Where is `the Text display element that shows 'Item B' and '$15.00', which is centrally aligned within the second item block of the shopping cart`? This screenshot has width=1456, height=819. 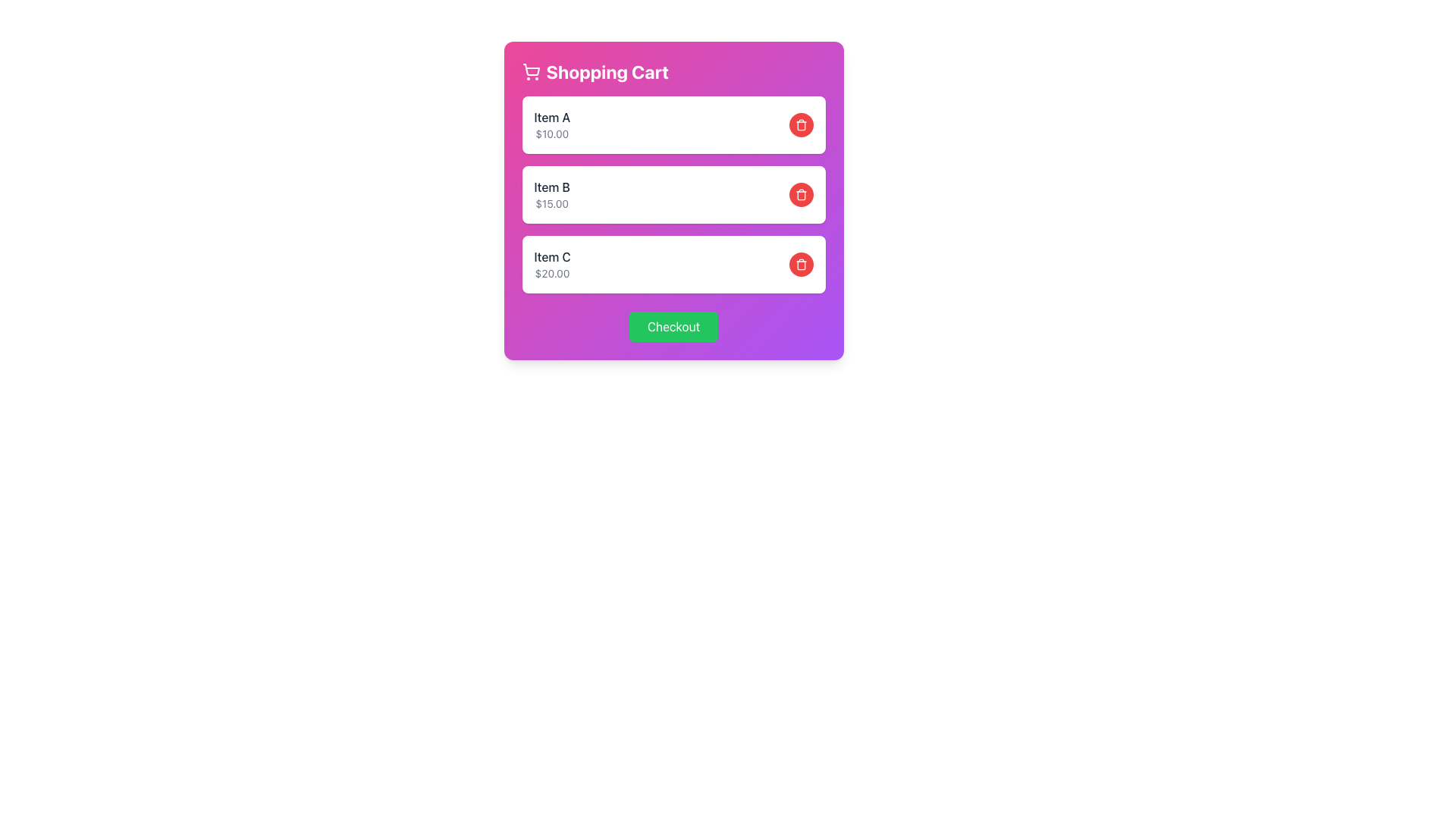 the Text display element that shows 'Item B' and '$15.00', which is centrally aligned within the second item block of the shopping cart is located at coordinates (551, 194).